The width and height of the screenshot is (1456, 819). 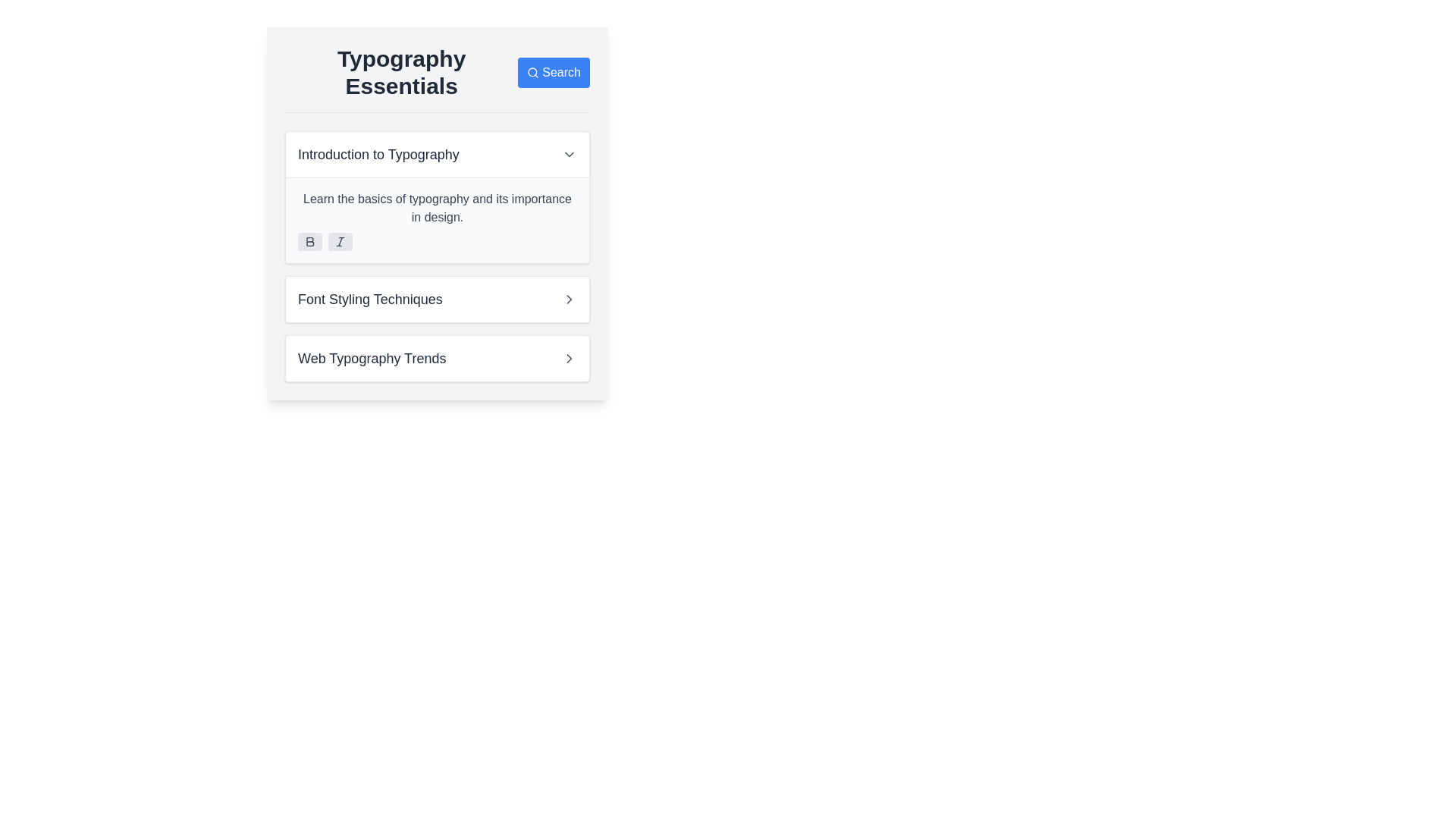 I want to click on the text label indicating 'Font Styling Techniques', which is positioned under 'Introduction to Typography' and above 'Web Typography Trends', so click(x=370, y=299).